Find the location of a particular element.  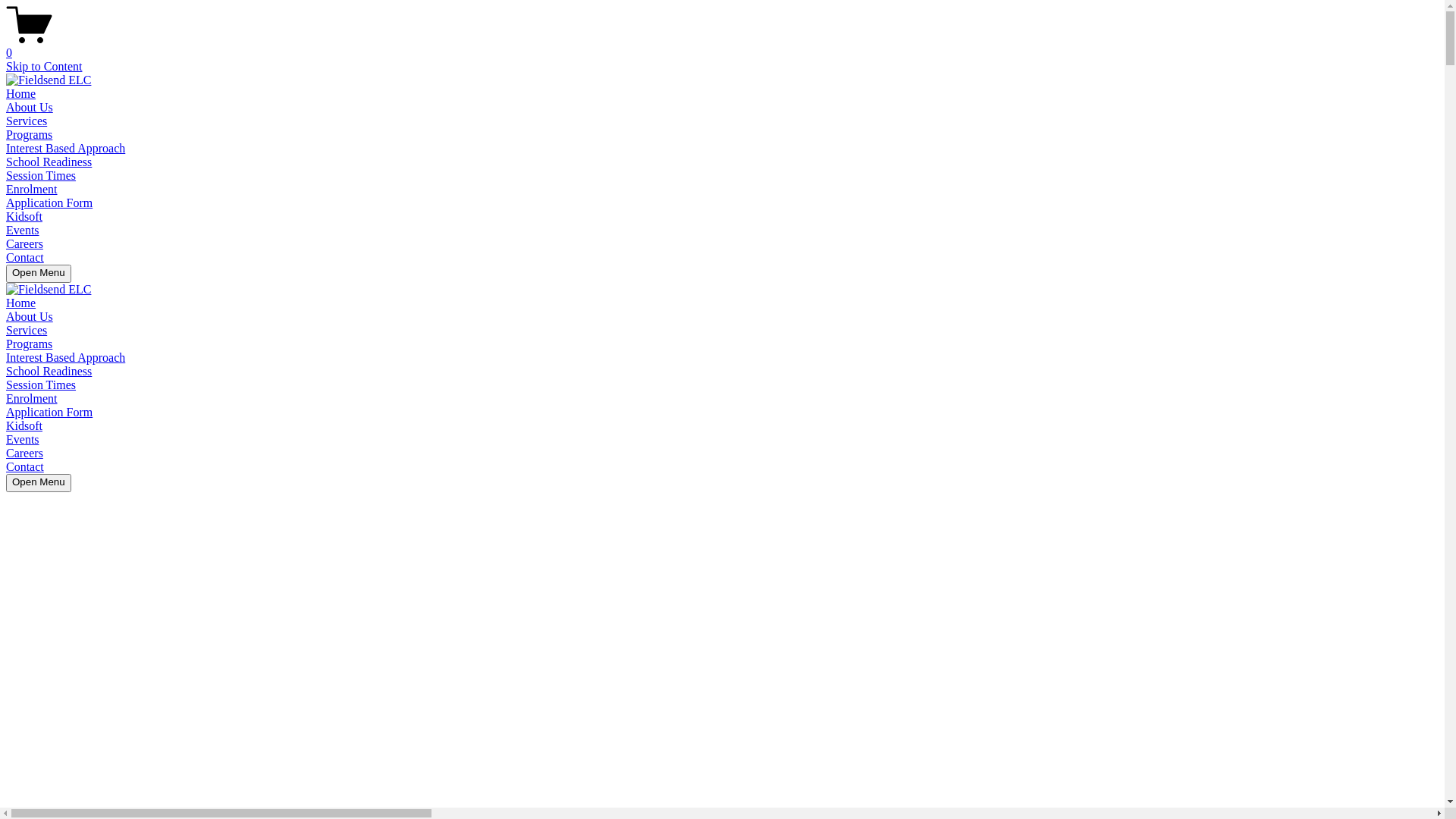

'Open Menu' is located at coordinates (39, 274).